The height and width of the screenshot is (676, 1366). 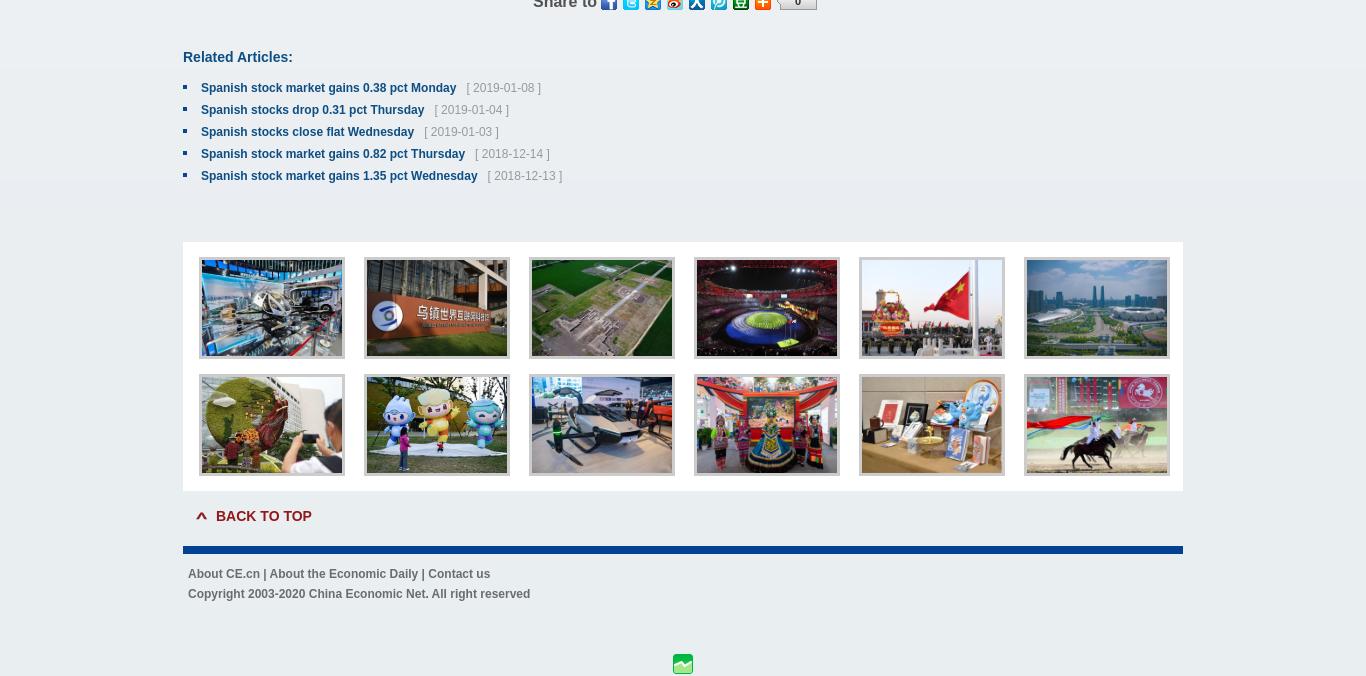 I want to click on 'BACK TO TOP', so click(x=263, y=514).